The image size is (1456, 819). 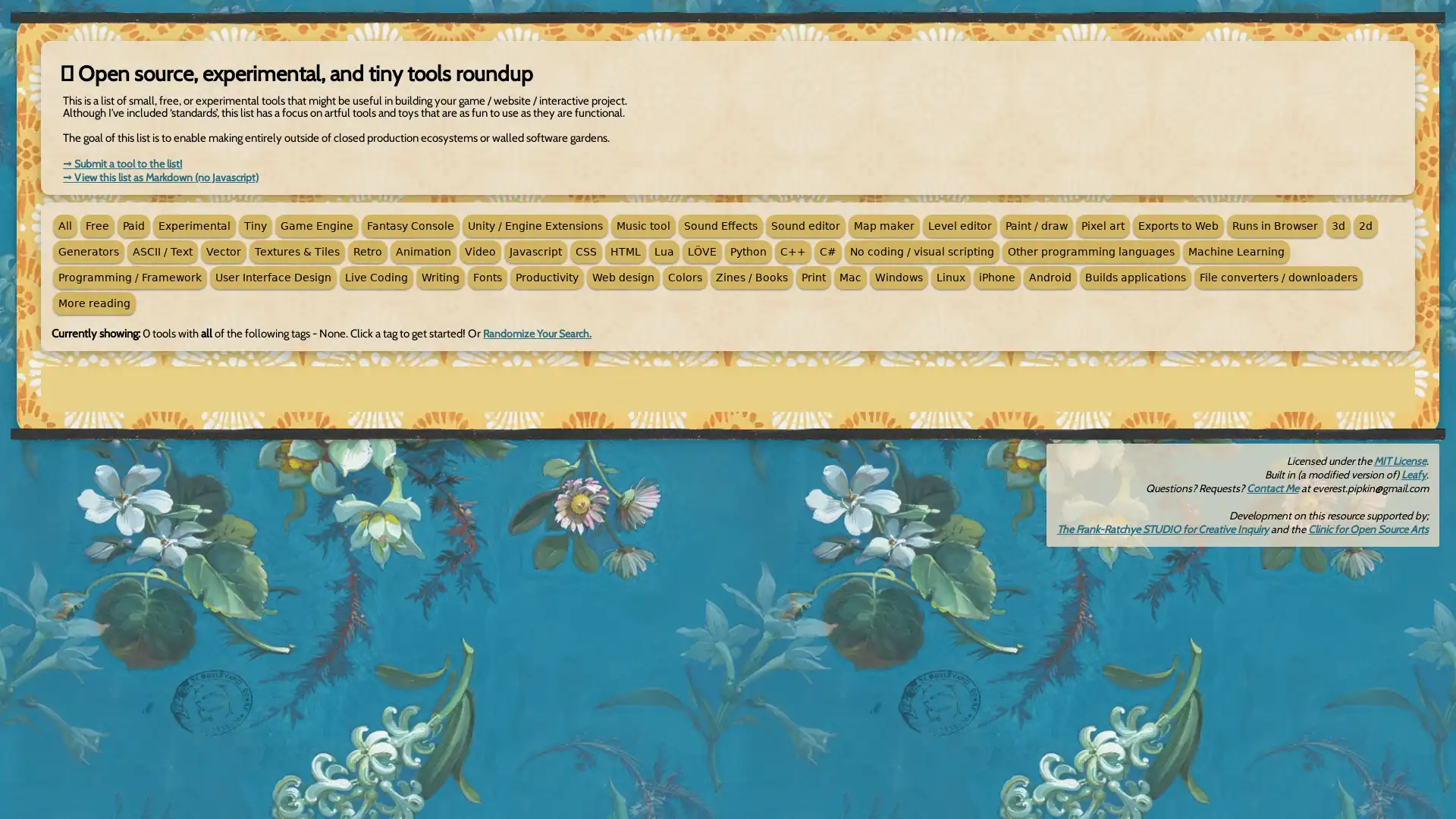 What do you see at coordinates (96, 225) in the screenshot?
I see `Free` at bounding box center [96, 225].